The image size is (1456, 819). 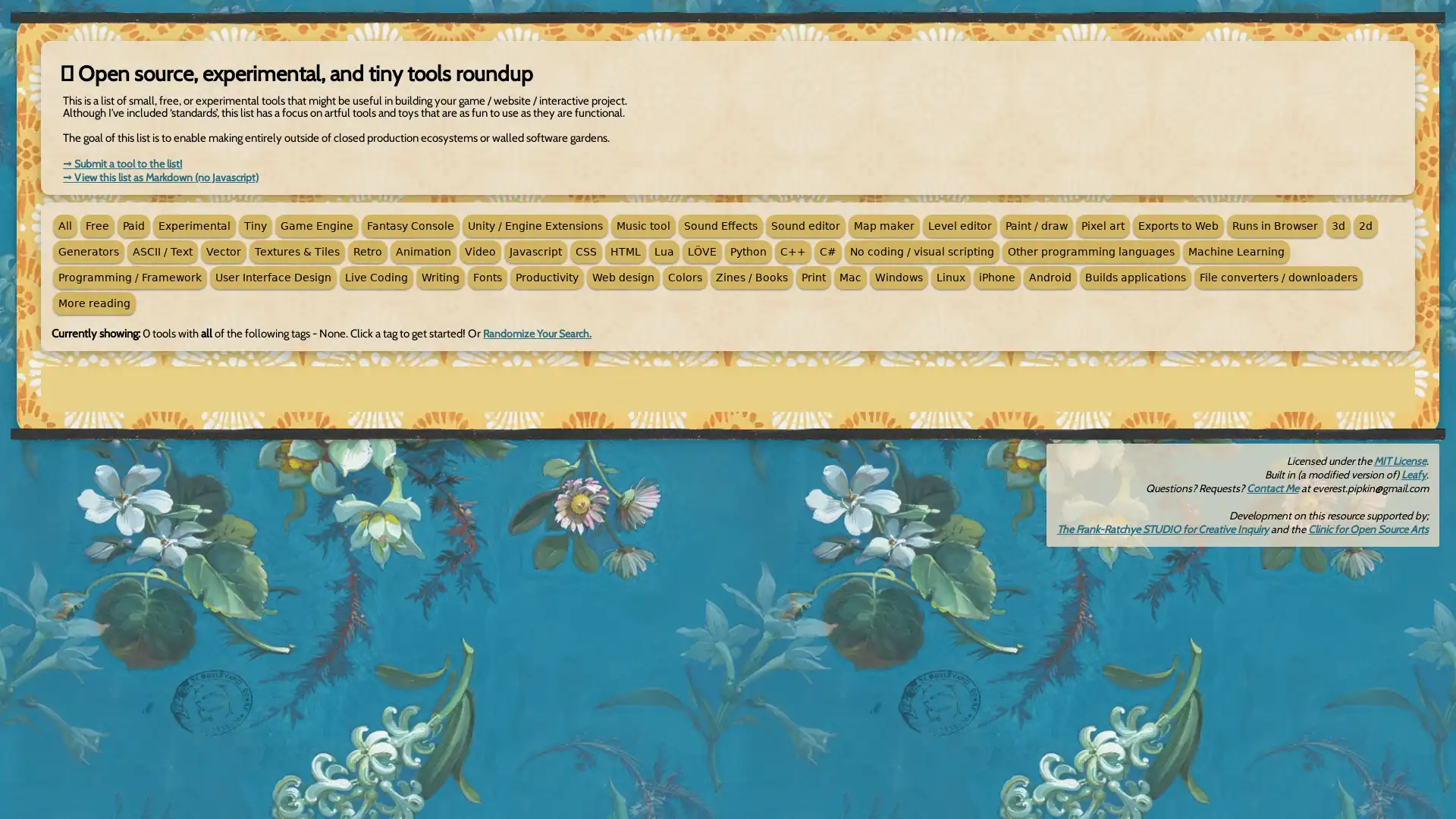 What do you see at coordinates (96, 225) in the screenshot?
I see `Free` at bounding box center [96, 225].